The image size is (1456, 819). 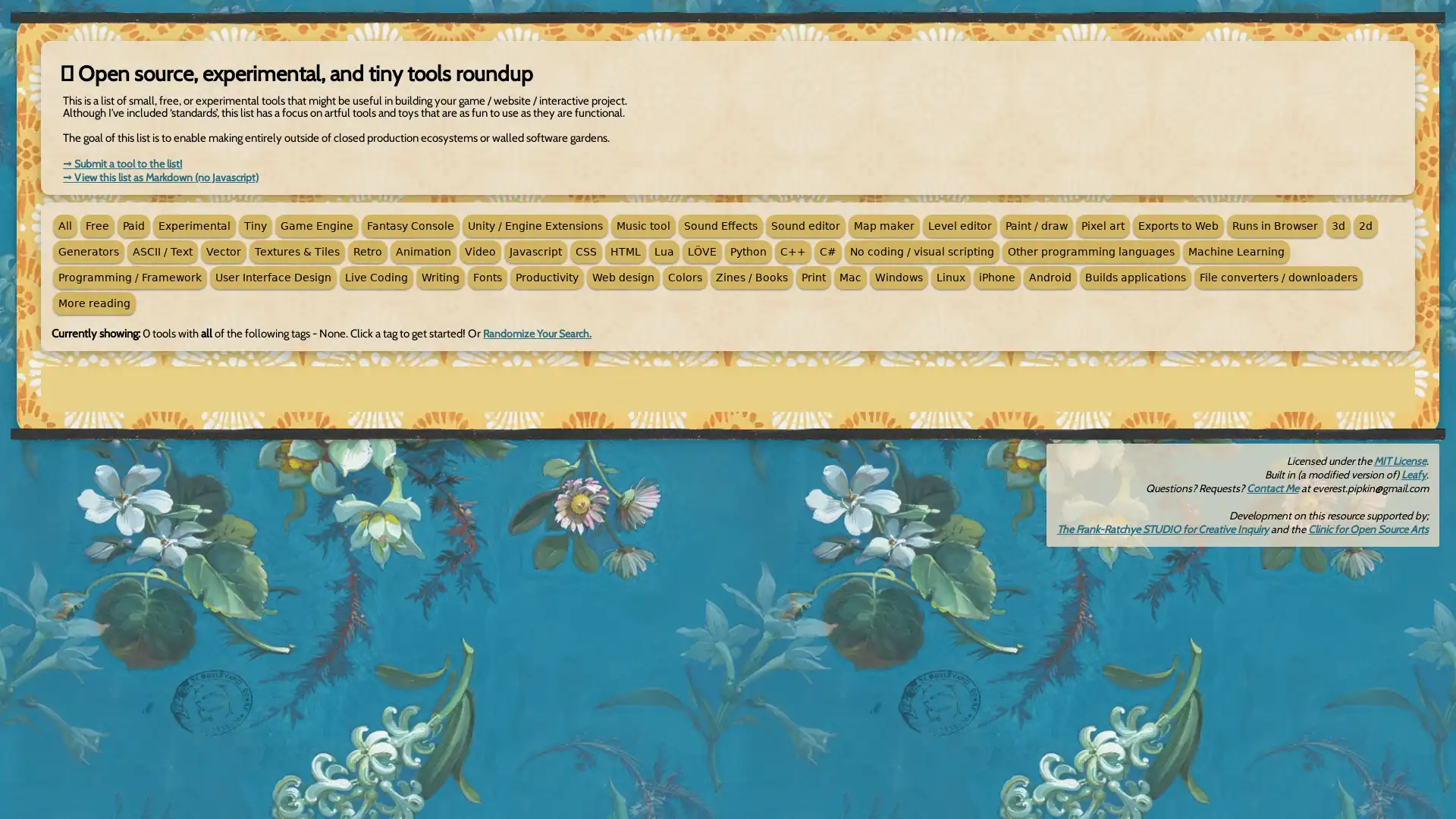 What do you see at coordinates (96, 225) in the screenshot?
I see `Free` at bounding box center [96, 225].